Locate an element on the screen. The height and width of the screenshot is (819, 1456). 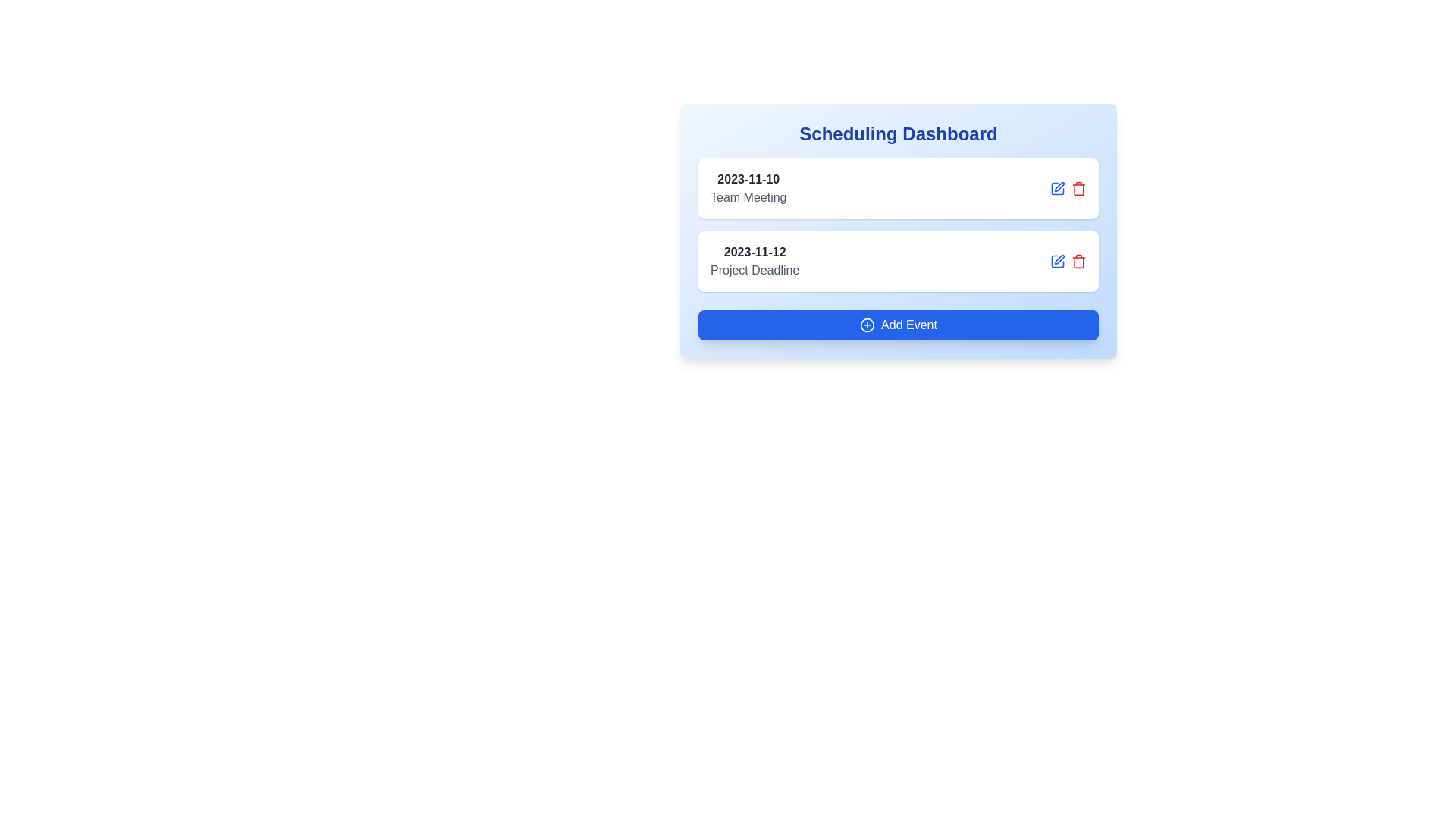
the small circular icon with a blue border and a white plus sign inside it, located within the 'Add Event' button is located at coordinates (868, 324).